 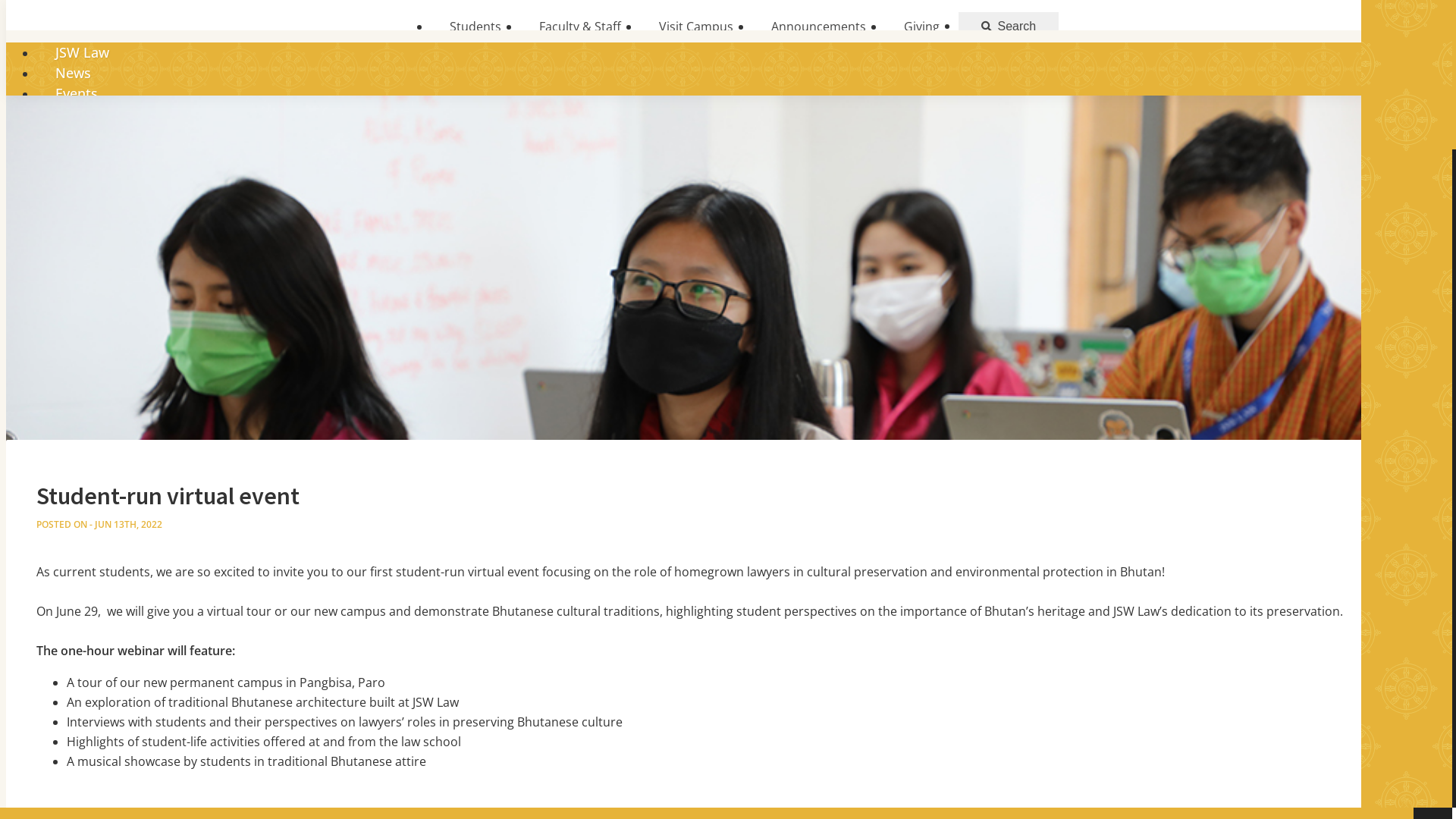 What do you see at coordinates (817, 26) in the screenshot?
I see `'Announcements'` at bounding box center [817, 26].